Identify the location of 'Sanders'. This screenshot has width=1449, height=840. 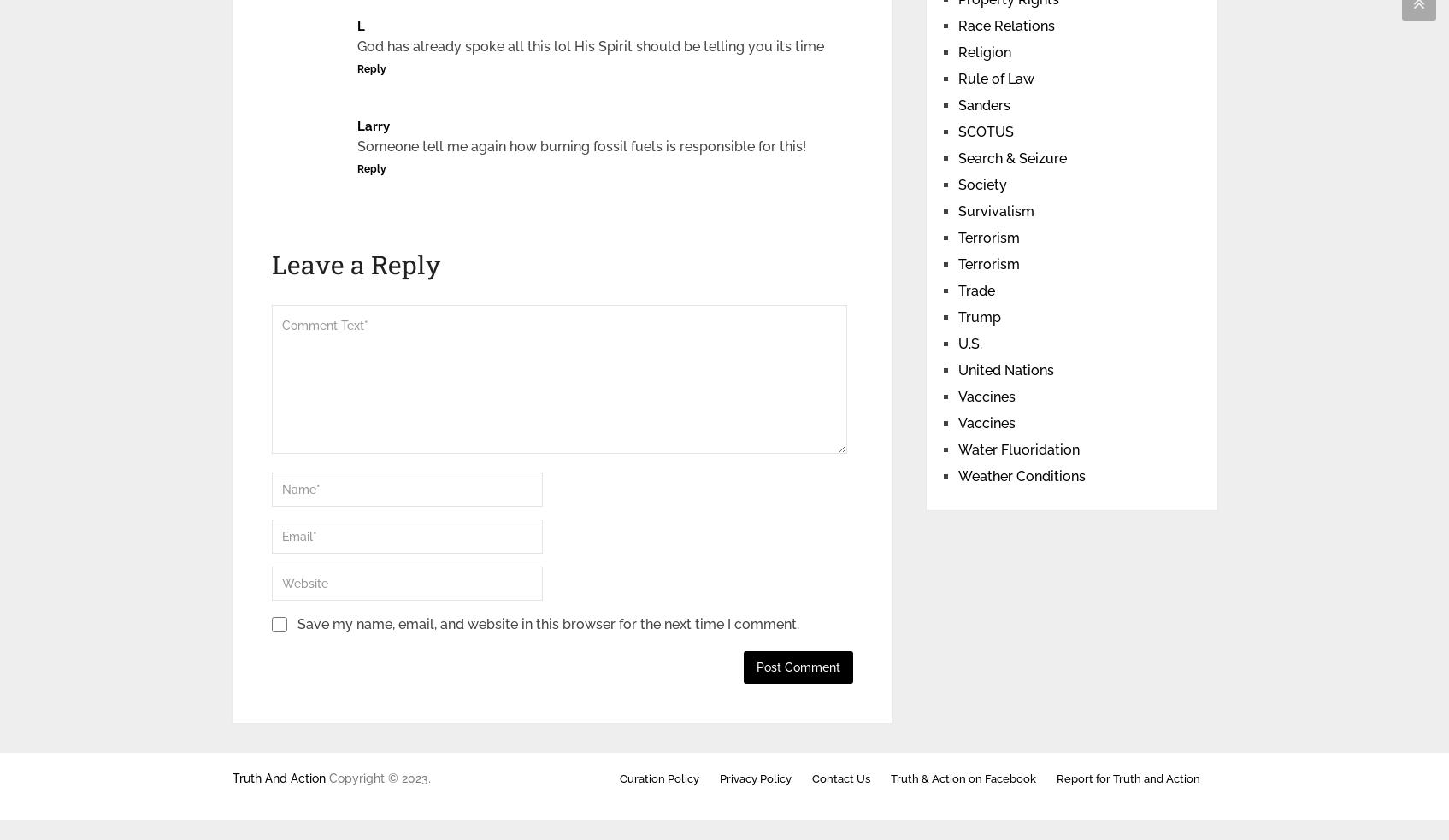
(982, 104).